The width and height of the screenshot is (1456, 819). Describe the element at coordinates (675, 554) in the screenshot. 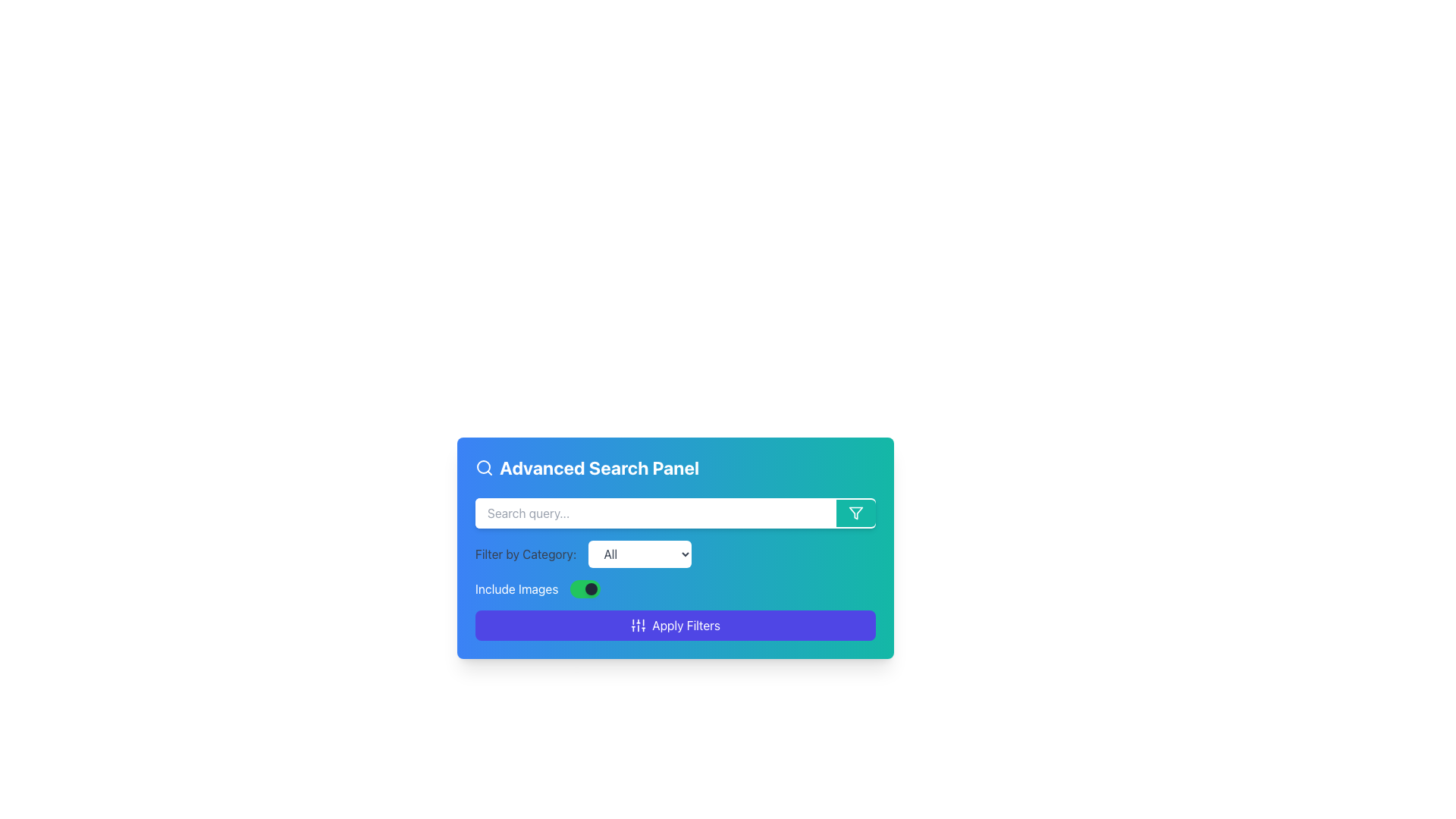

I see `the dropdown menu labeled 'Filter by Category:'` at that location.